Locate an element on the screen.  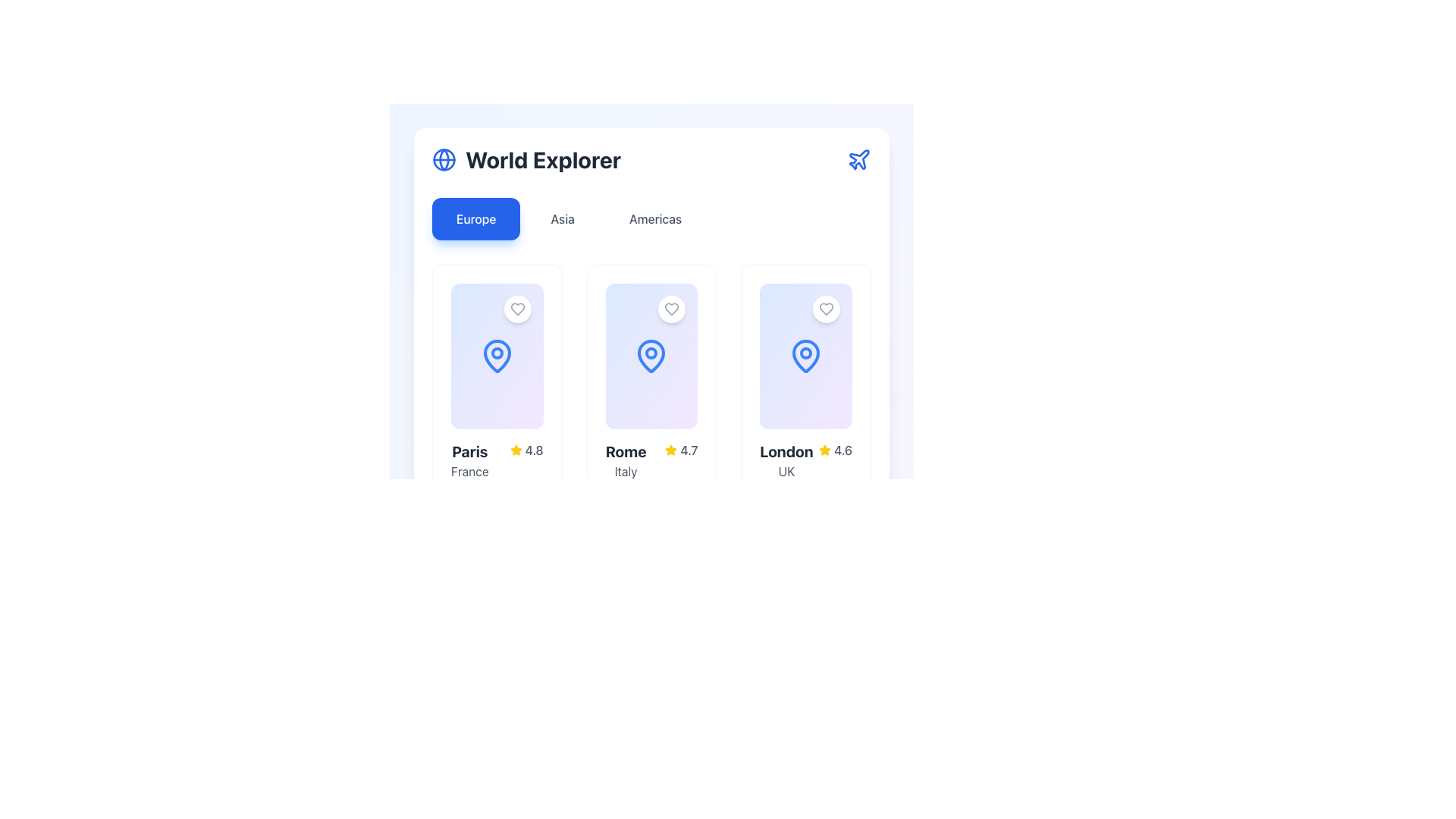
the lower portion of the map pin icon outlined in blue, which is part of the card labeled 'Paris' positioned at the bottom of the view is located at coordinates (497, 356).